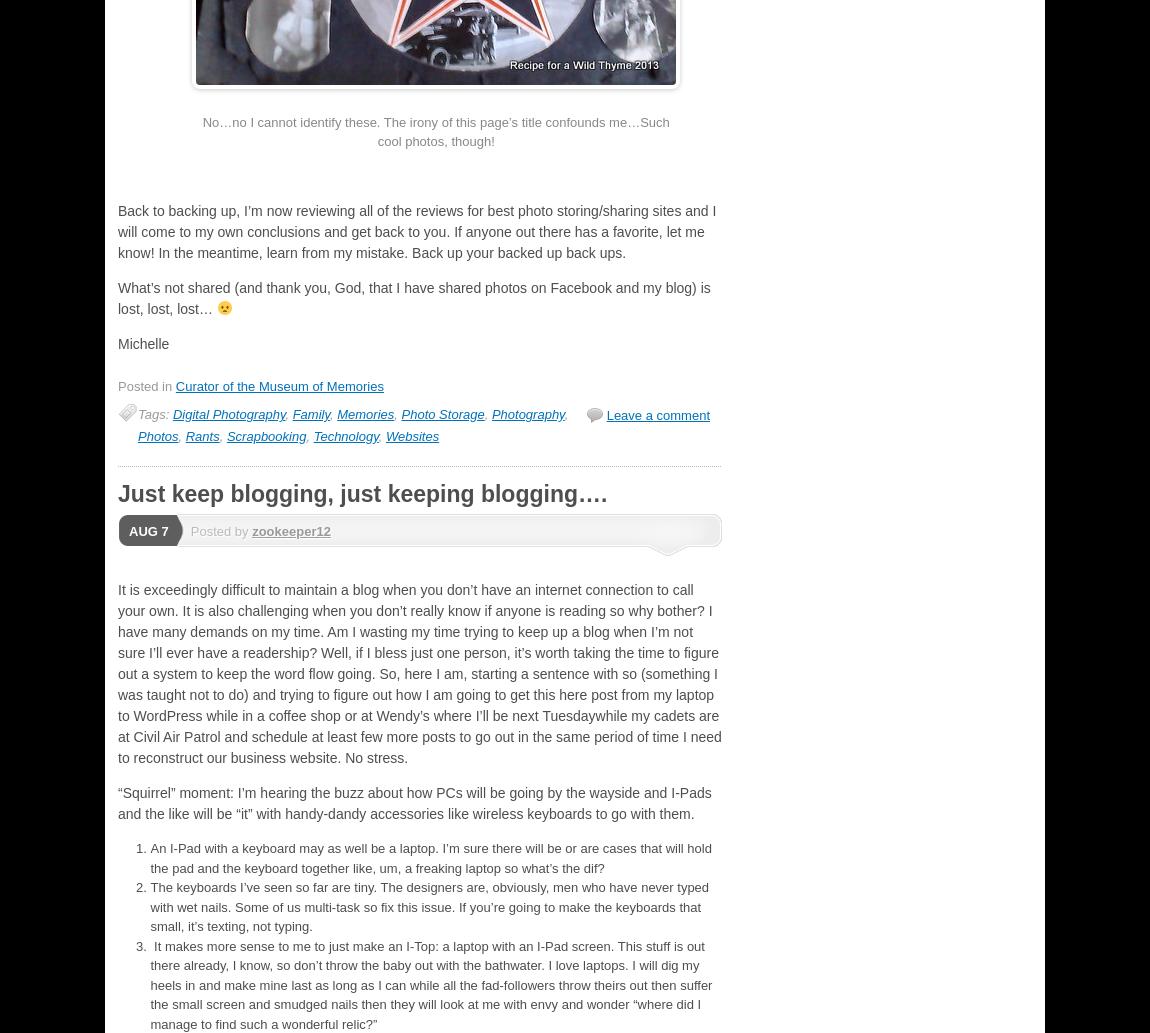 The image size is (1150, 1033). Describe the element at coordinates (157, 436) in the screenshot. I see `'Photos'` at that location.